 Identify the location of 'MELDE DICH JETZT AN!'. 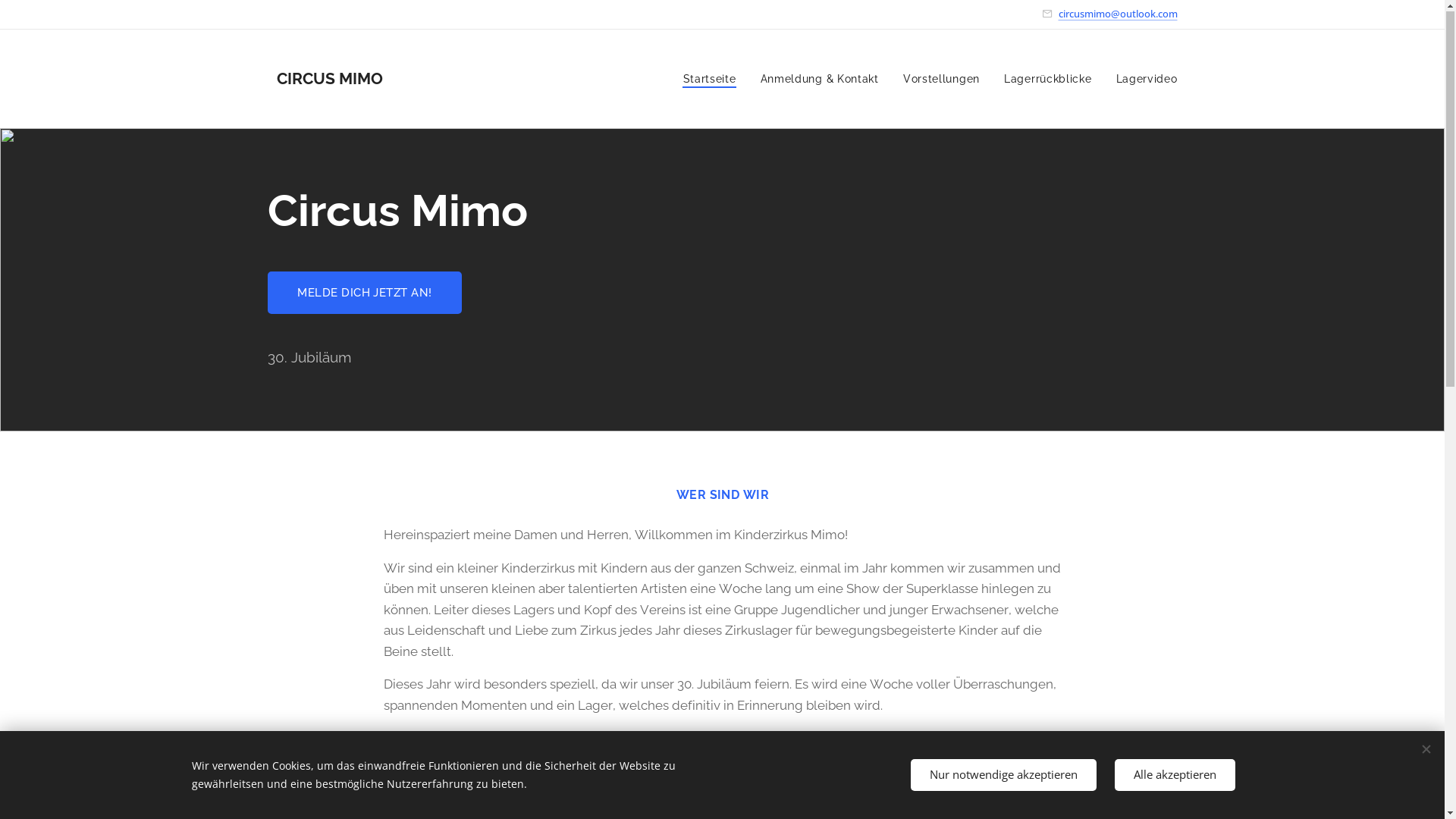
(364, 293).